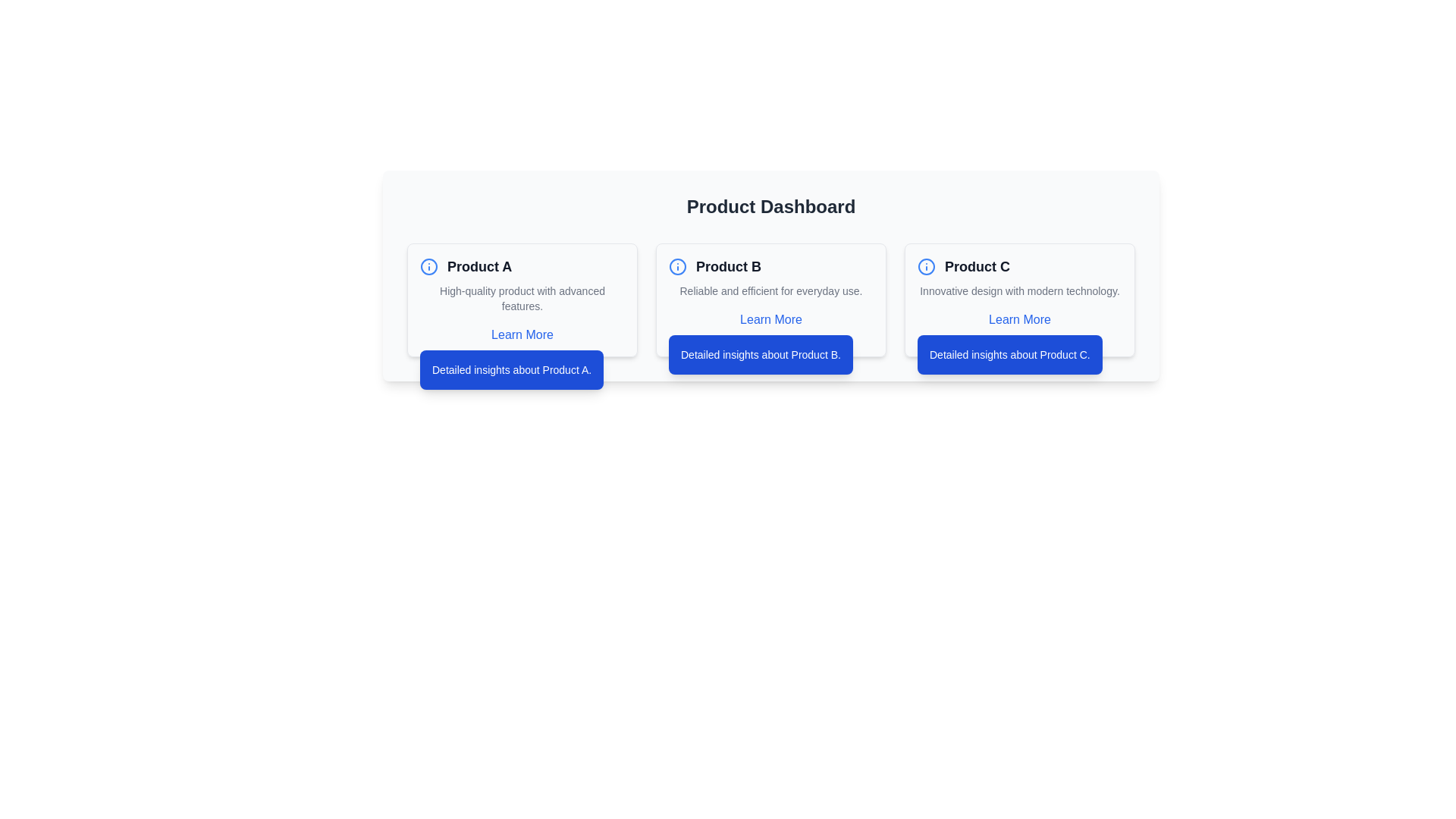 This screenshot has width=1456, height=819. I want to click on the help icon located in the top-left corner of the 'Product C' card, so click(926, 265).